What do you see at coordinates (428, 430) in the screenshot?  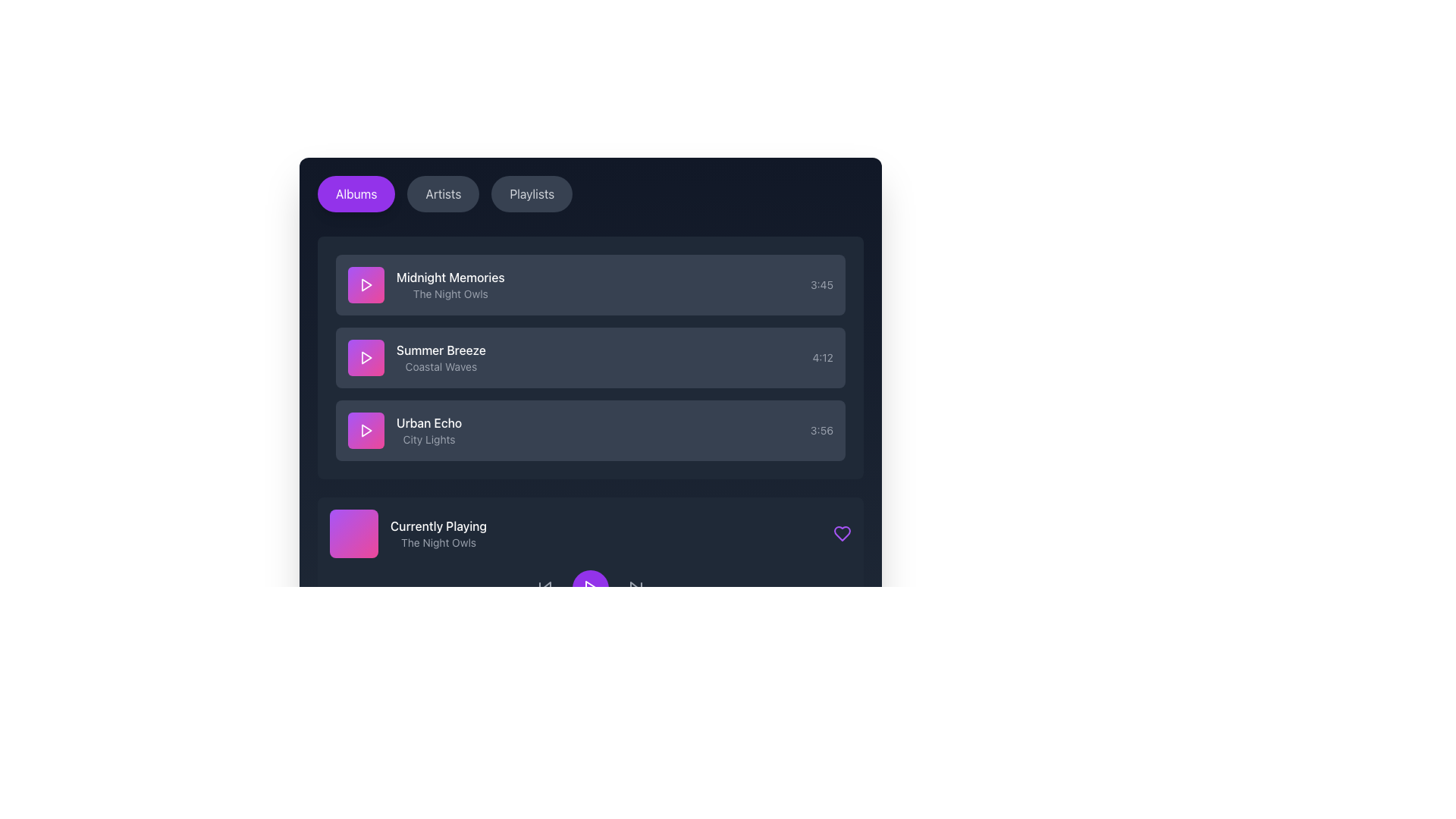 I see `the text block displaying the title and description of a media item, located` at bounding box center [428, 430].